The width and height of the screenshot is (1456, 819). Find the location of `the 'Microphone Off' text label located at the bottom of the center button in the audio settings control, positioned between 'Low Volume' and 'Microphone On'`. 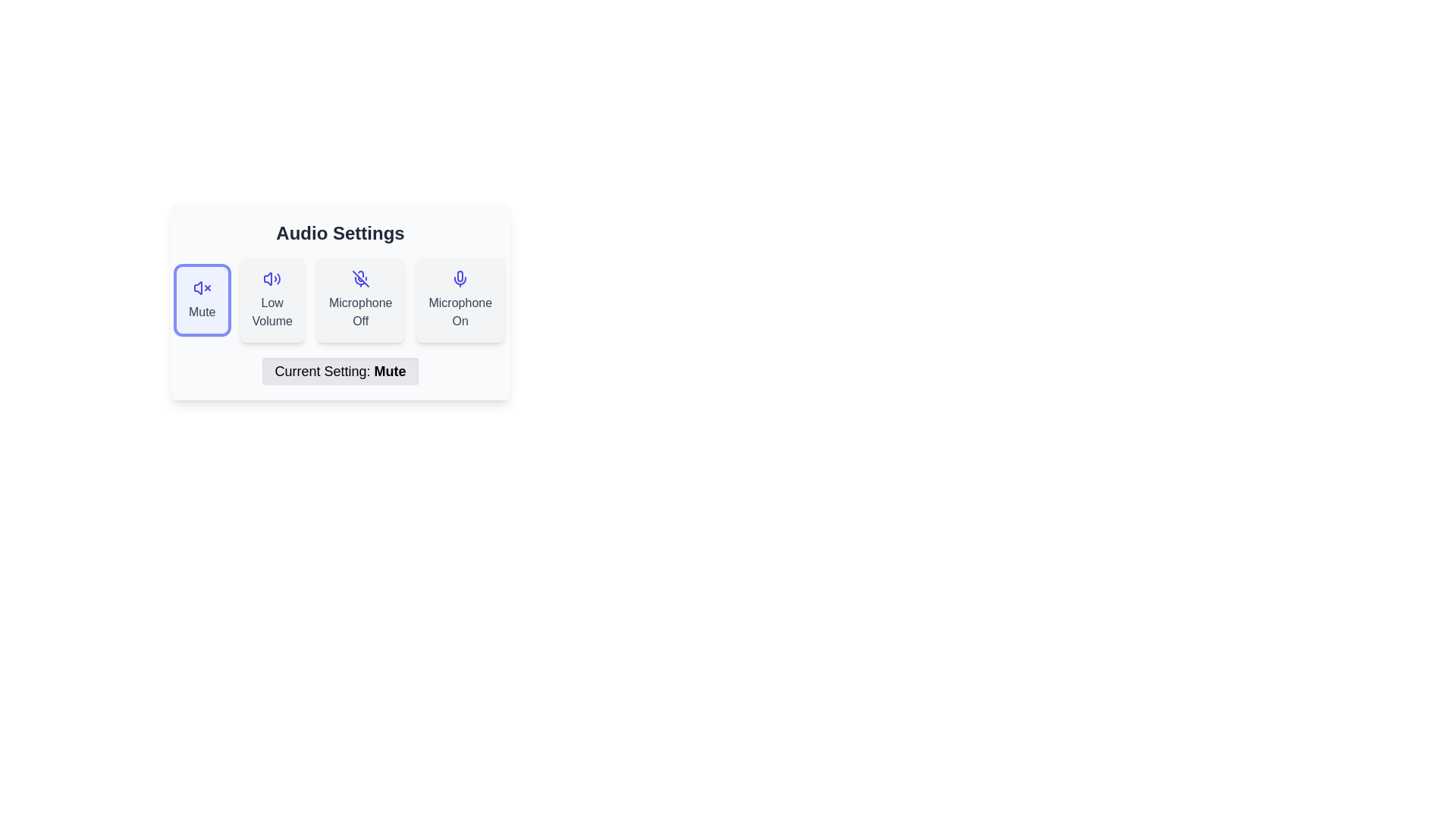

the 'Microphone Off' text label located at the bottom of the center button in the audio settings control, positioned between 'Low Volume' and 'Microphone On' is located at coordinates (359, 312).